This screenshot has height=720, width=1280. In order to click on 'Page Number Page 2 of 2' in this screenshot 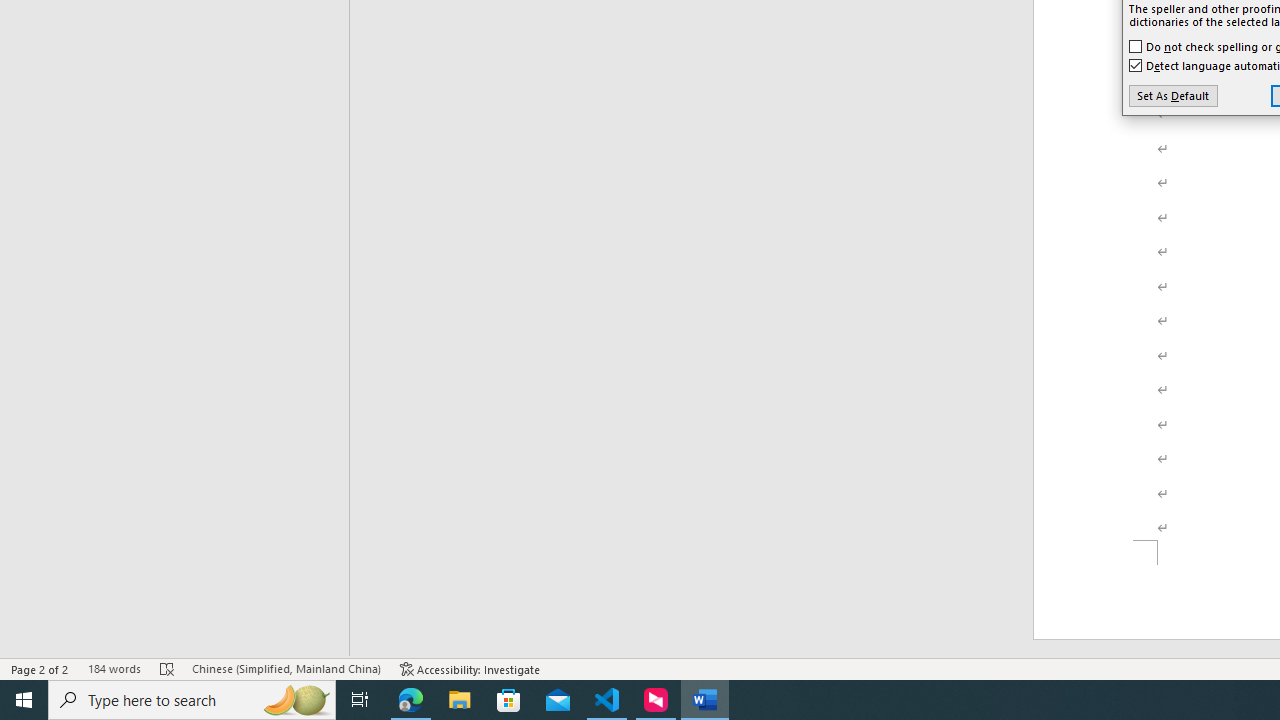, I will do `click(40, 669)`.